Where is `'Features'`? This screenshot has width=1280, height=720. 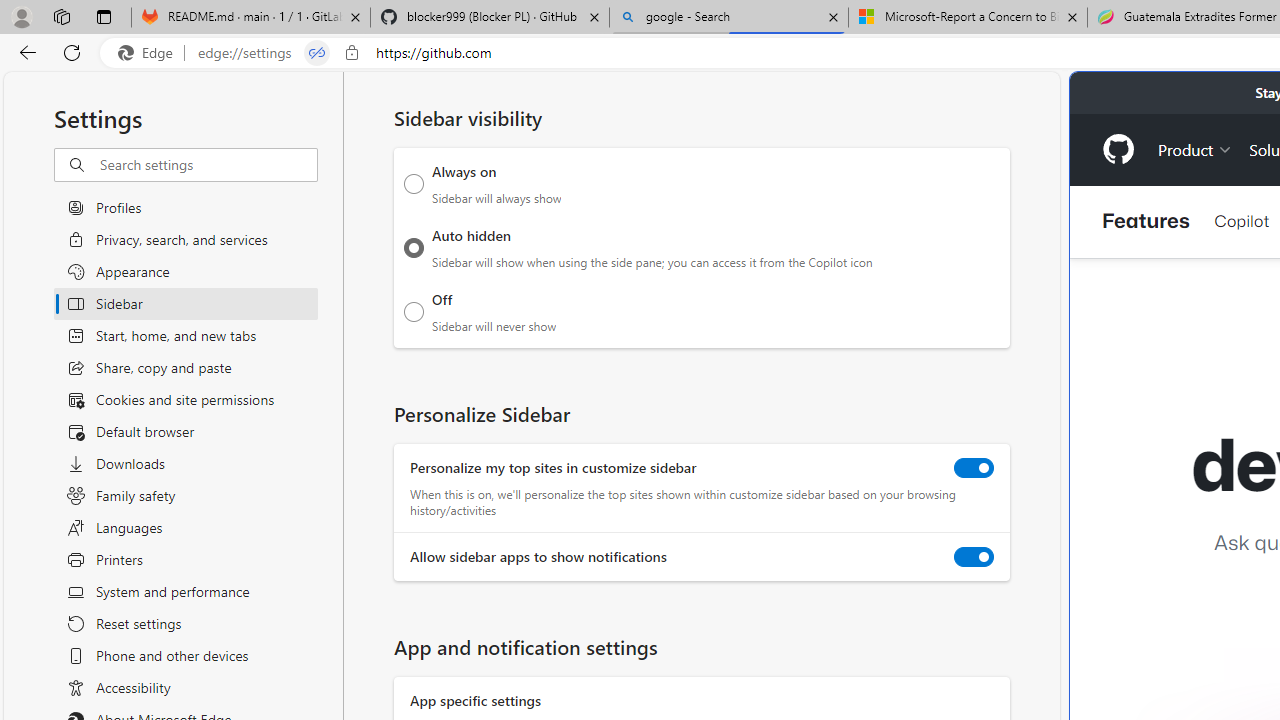
'Features' is located at coordinates (1146, 221).